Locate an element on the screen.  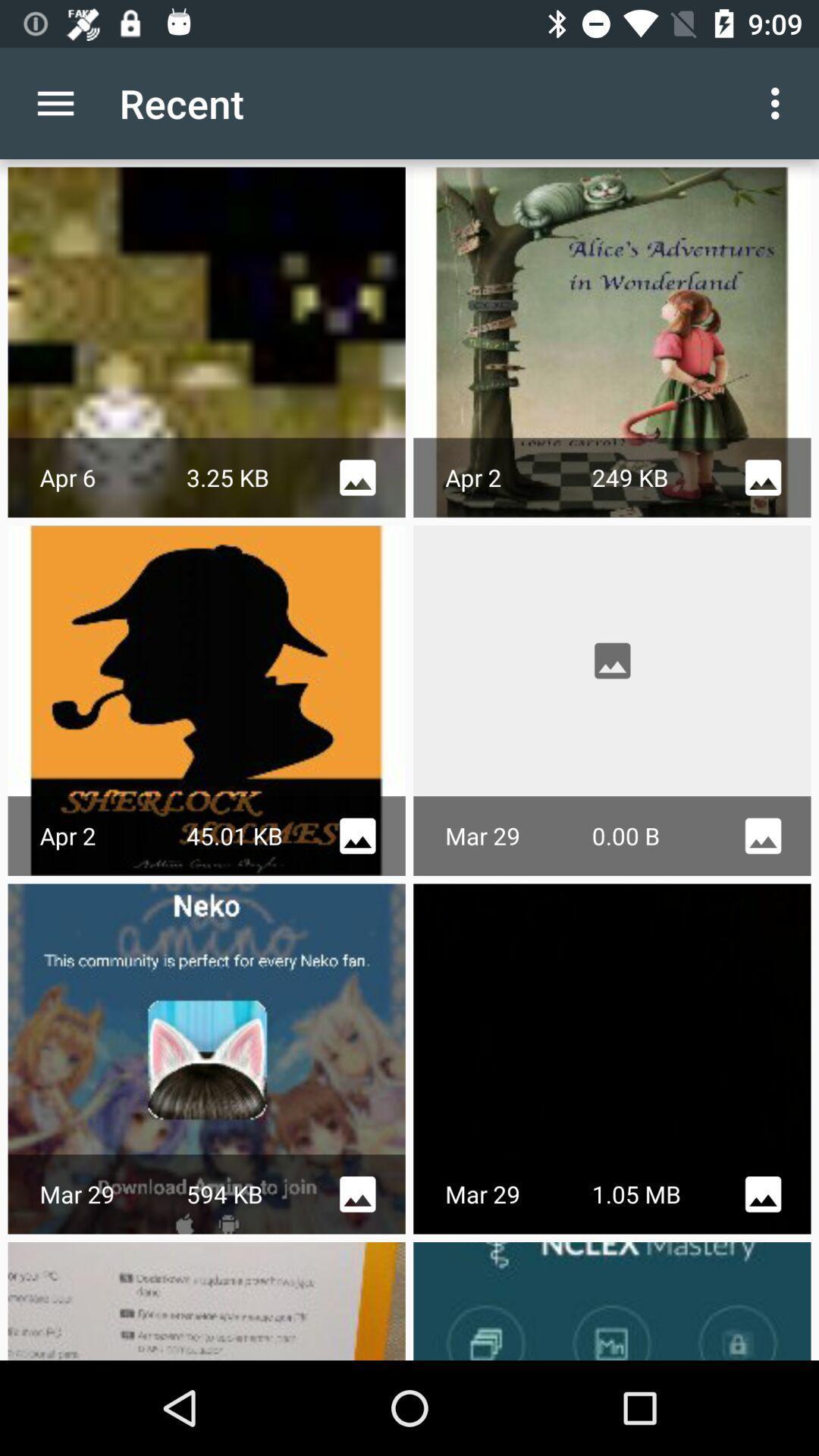
the item to the left of the recent icon is located at coordinates (55, 102).